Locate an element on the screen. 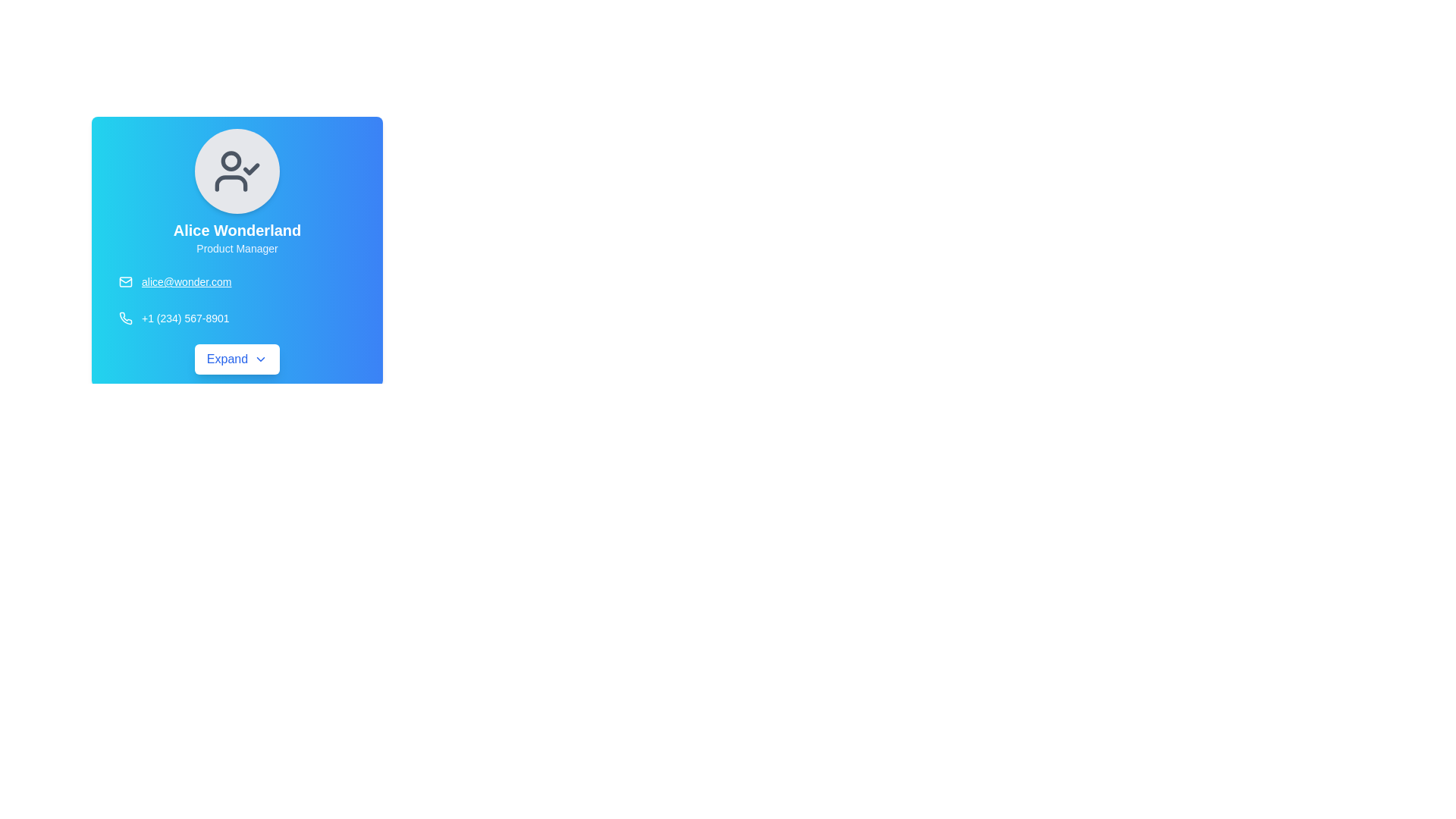 Image resolution: width=1456 pixels, height=819 pixels. the phone number icon representing the contact method for the individual displayed in the profile, located to the left of the phone number '+1 (234) 567-8901' is located at coordinates (126, 318).